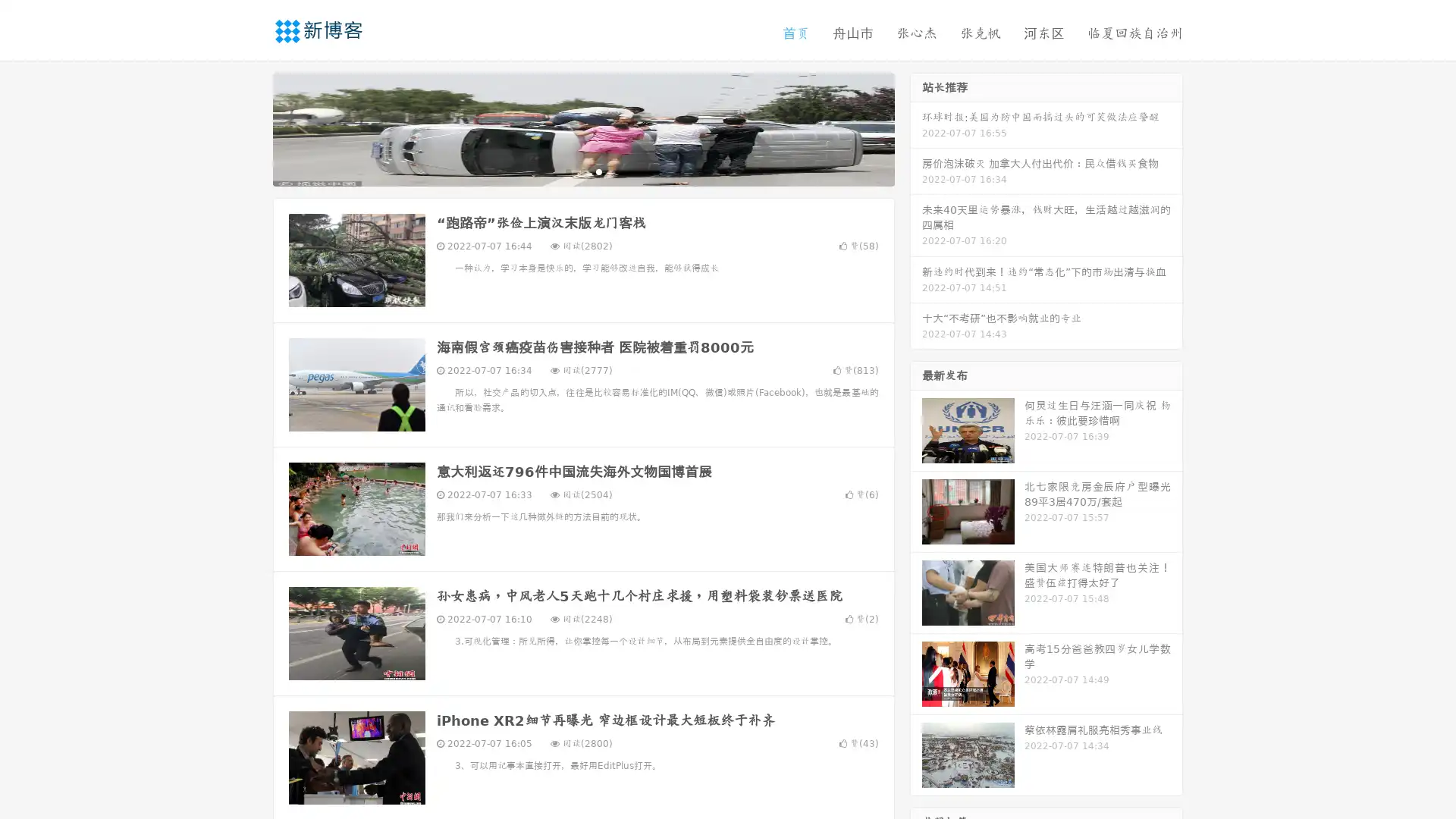 The height and width of the screenshot is (819, 1456). I want to click on Go to slide 1, so click(567, 171).